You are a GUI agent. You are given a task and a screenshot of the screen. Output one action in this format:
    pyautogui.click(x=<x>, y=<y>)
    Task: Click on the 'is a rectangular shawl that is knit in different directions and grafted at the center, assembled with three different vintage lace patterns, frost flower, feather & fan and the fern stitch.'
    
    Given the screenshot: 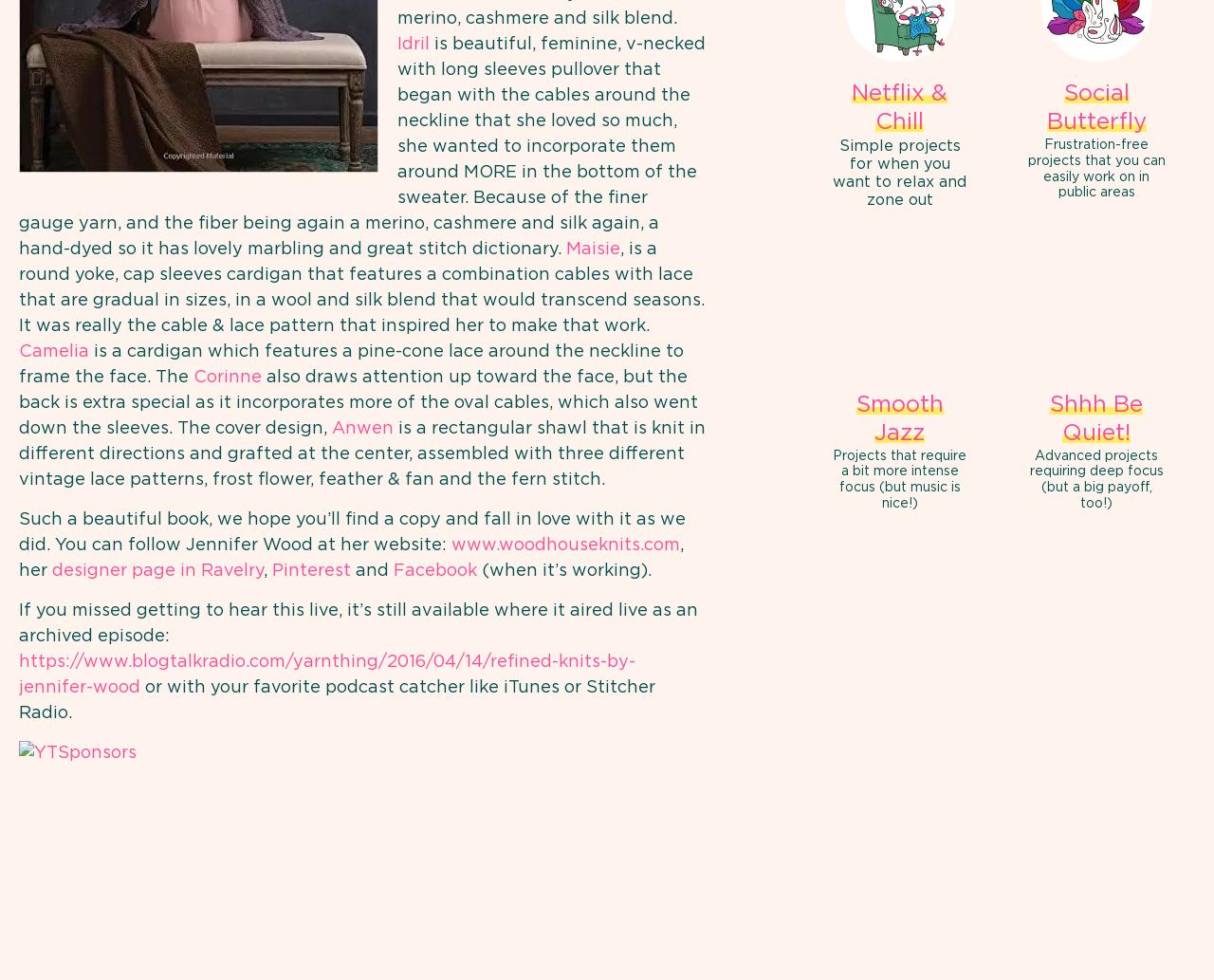 What is the action you would take?
    pyautogui.click(x=18, y=454)
    